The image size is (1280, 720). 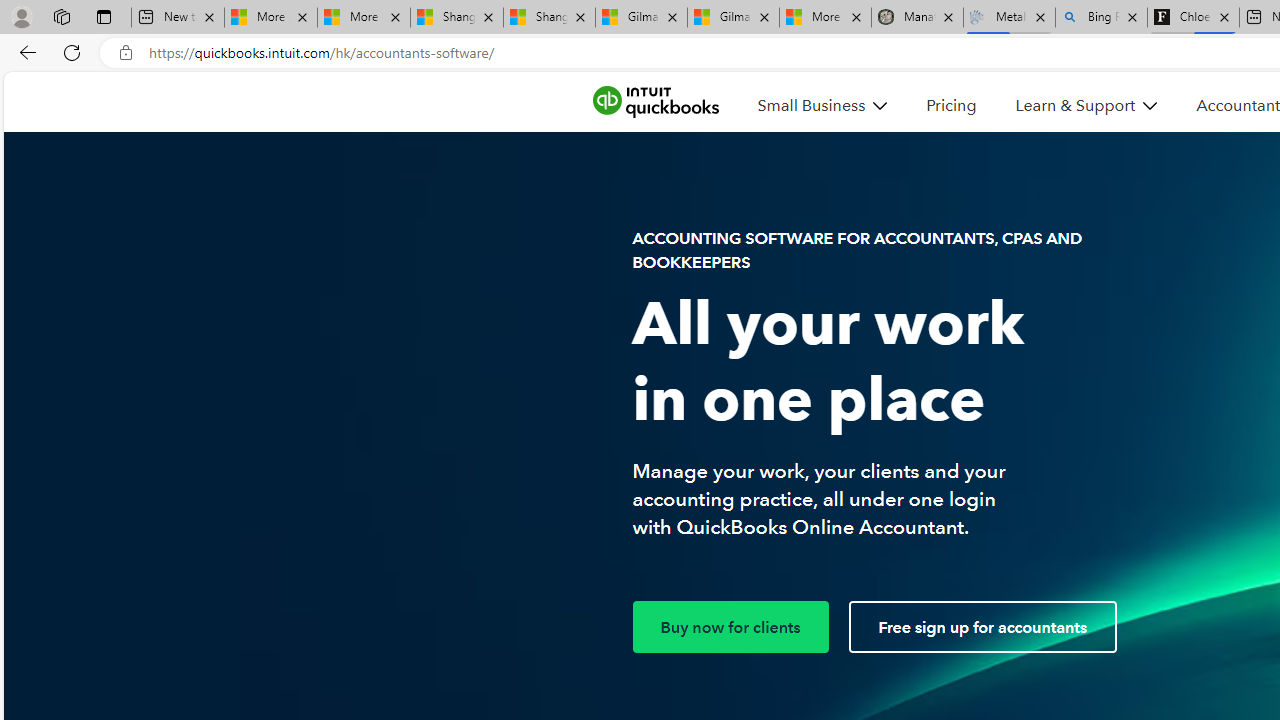 I want to click on 'Free sign up for accountants', so click(x=982, y=626).